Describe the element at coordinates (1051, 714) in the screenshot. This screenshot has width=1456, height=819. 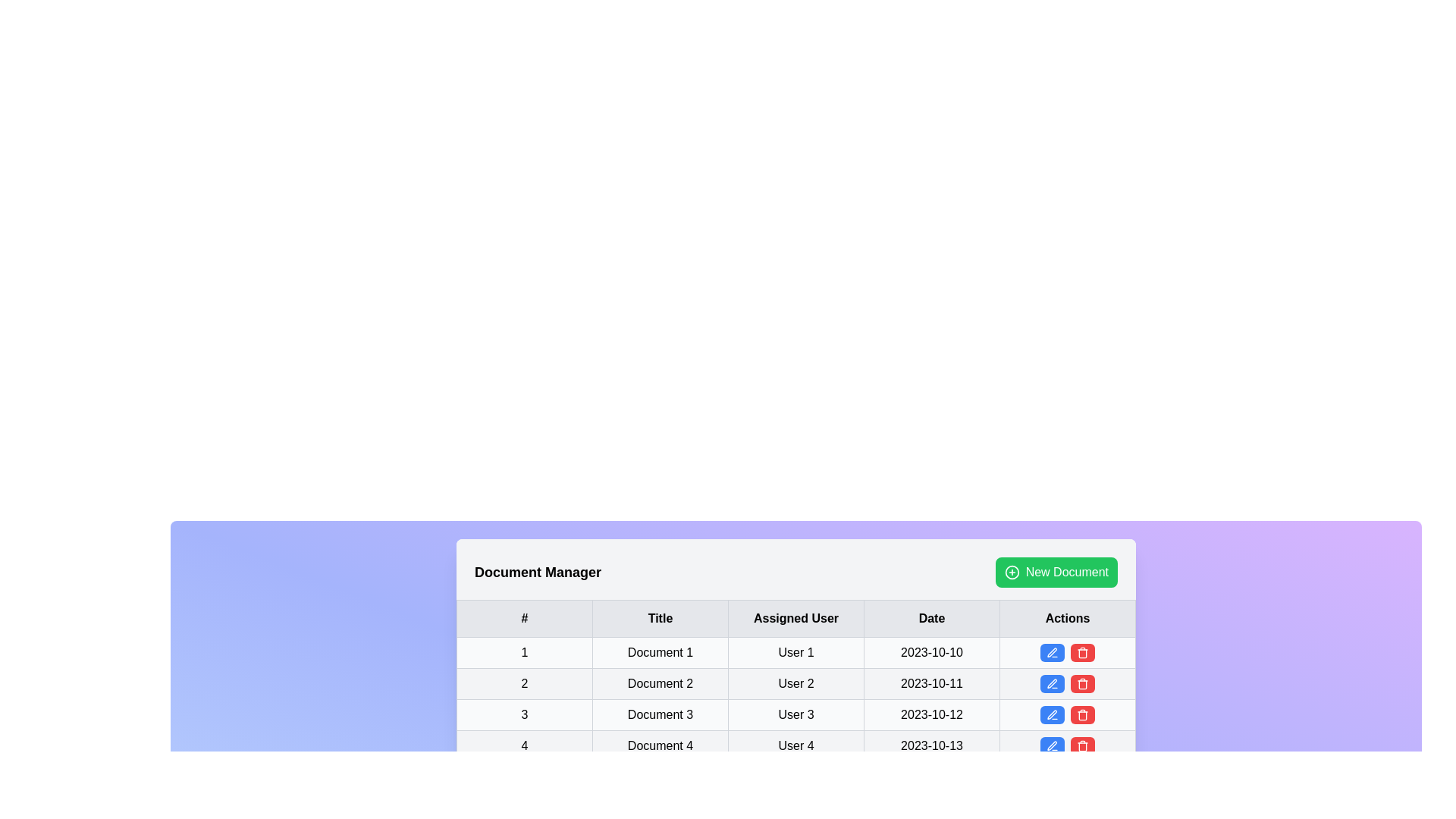
I see `the pen icon button in the Actions column of the document table` at that location.